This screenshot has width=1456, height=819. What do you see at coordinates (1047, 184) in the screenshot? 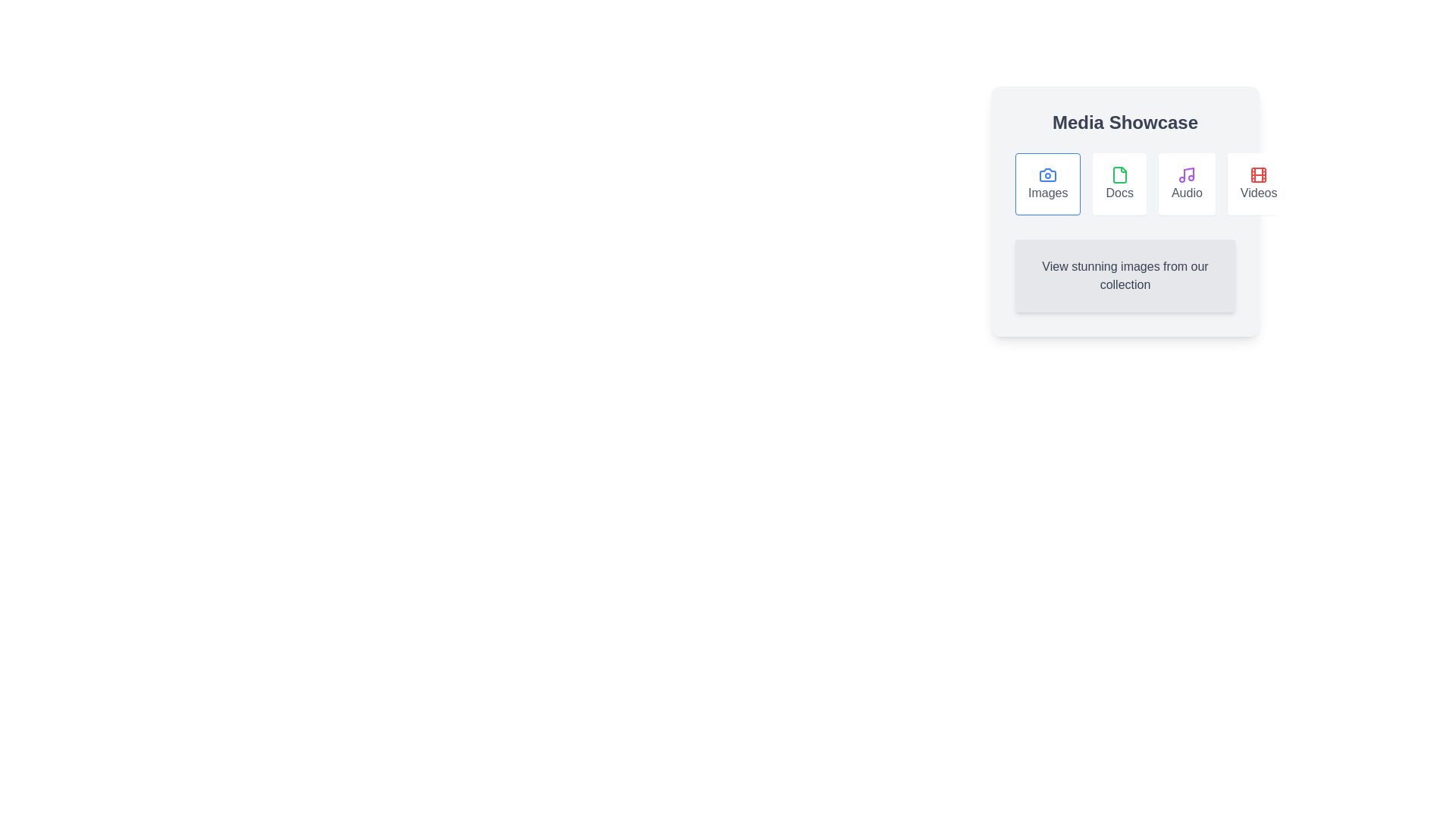
I see `the Images tab by clicking on its button` at bounding box center [1047, 184].